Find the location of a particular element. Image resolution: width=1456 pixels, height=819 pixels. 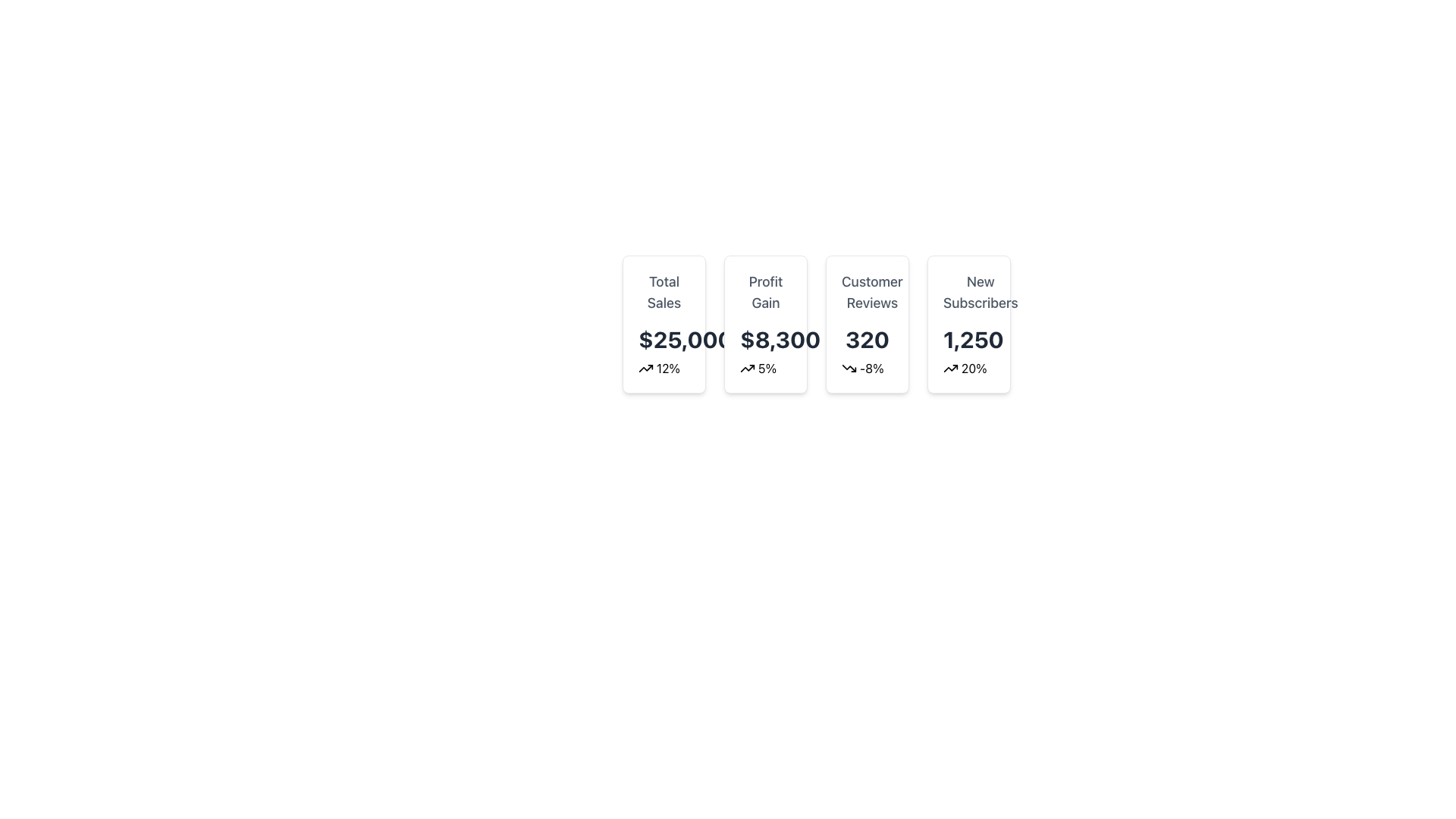

displayed percentage increase information from the green Text Label located below the 'New Subscribers' number '1,250' is located at coordinates (968, 369).